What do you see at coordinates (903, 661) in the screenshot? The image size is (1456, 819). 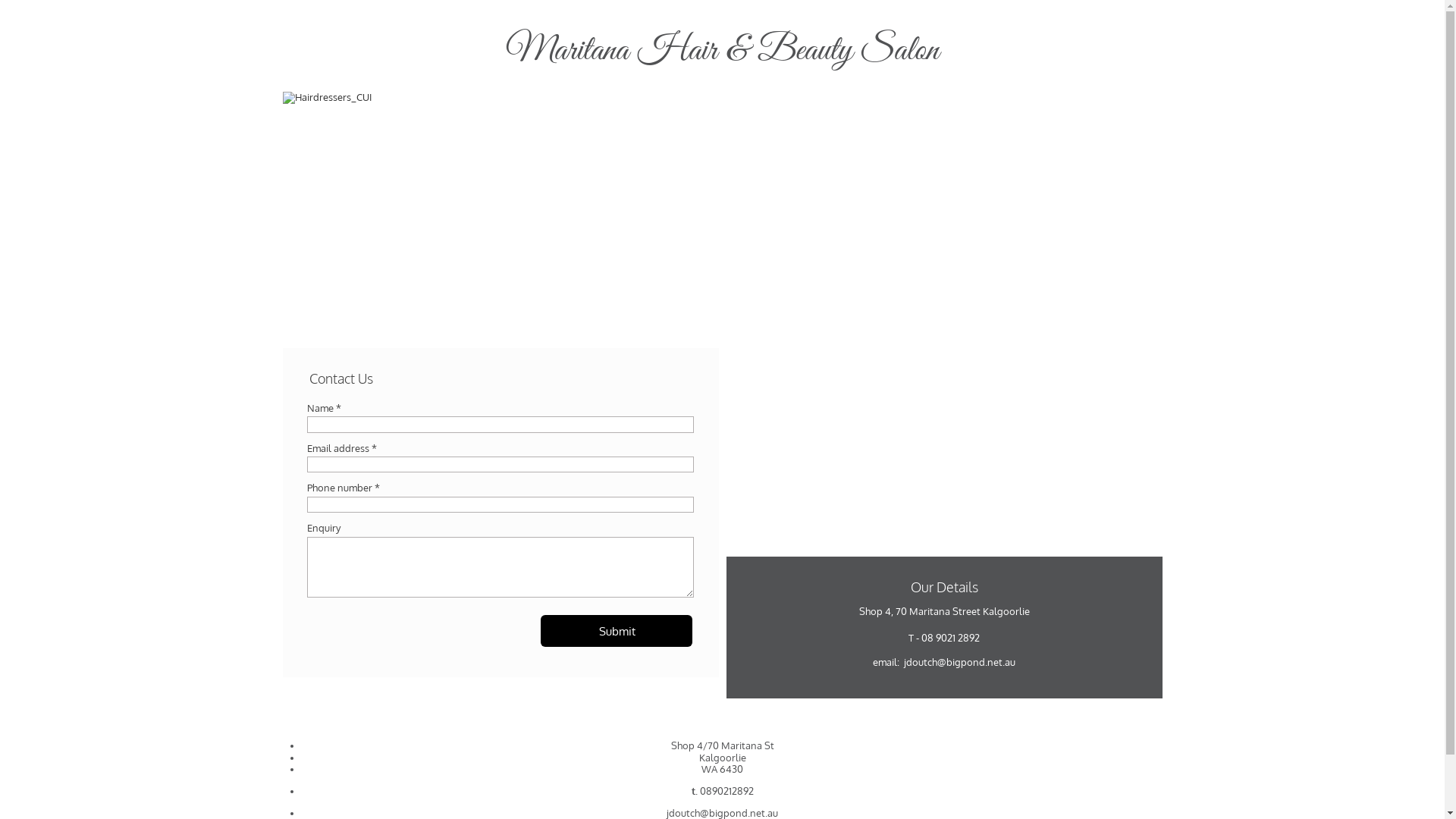 I see `'jdoutch@bigpond.net.au'` at bounding box center [903, 661].